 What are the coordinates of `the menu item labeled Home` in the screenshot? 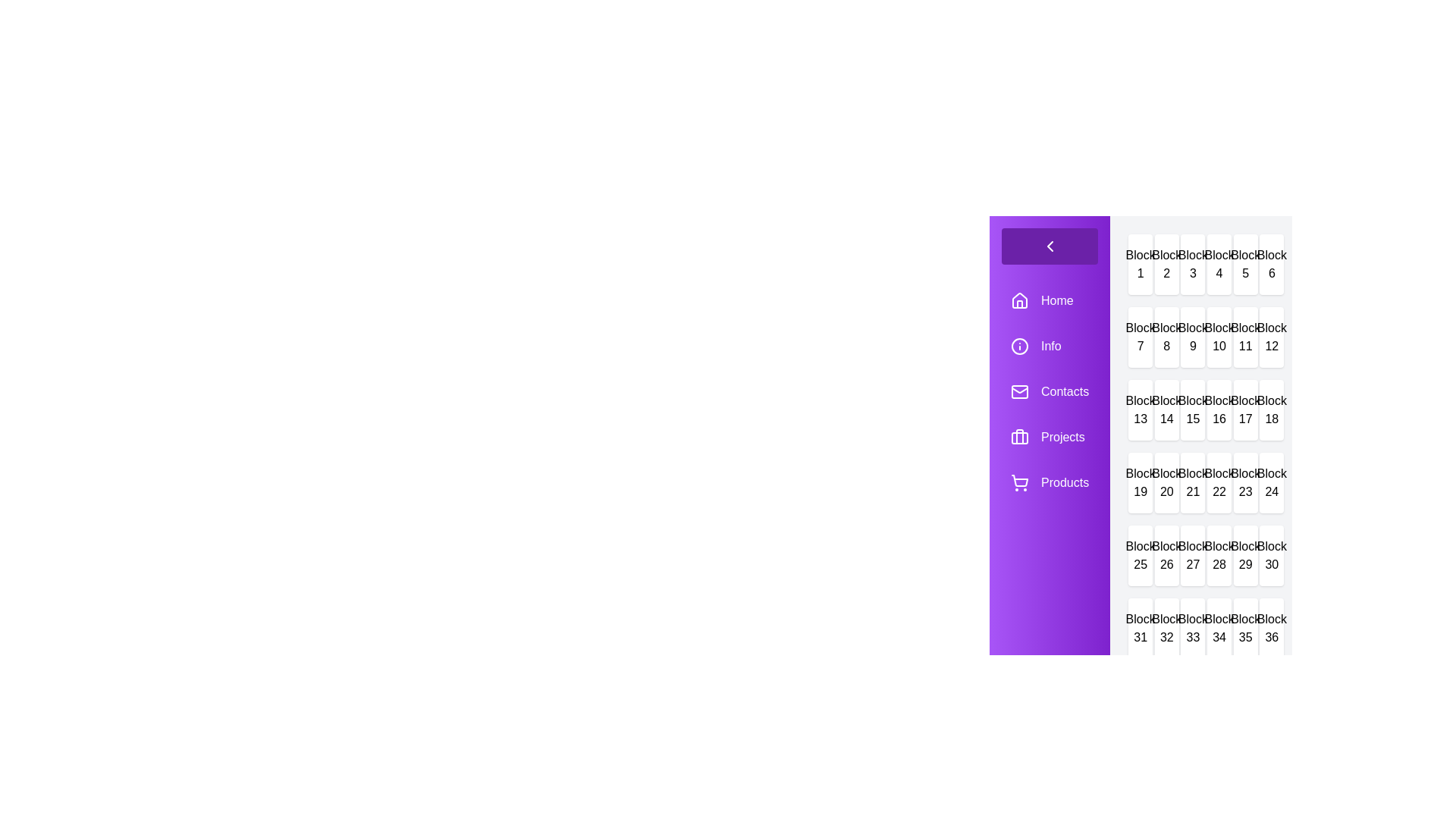 It's located at (1049, 301).